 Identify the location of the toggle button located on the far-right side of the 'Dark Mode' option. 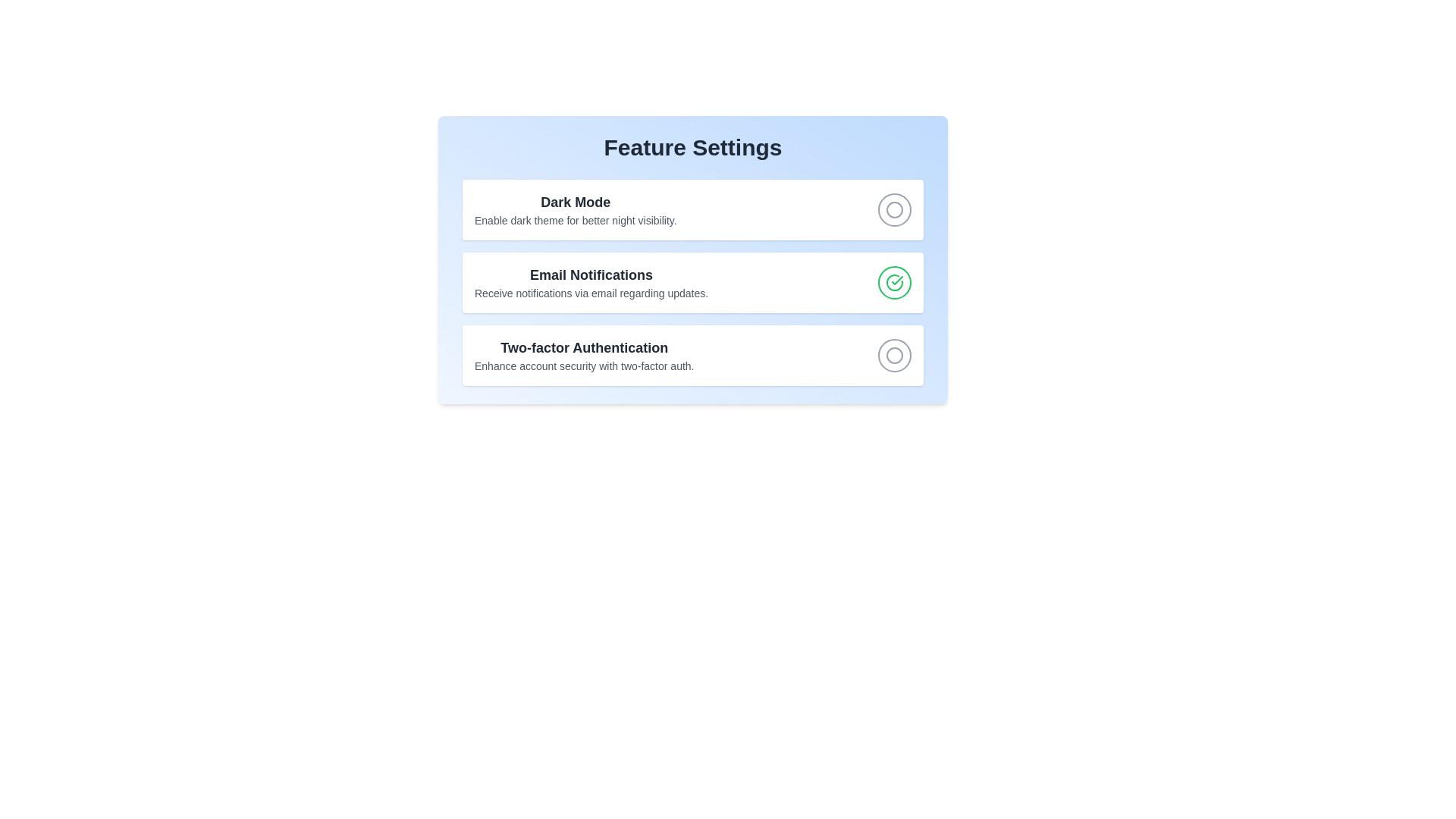
(895, 210).